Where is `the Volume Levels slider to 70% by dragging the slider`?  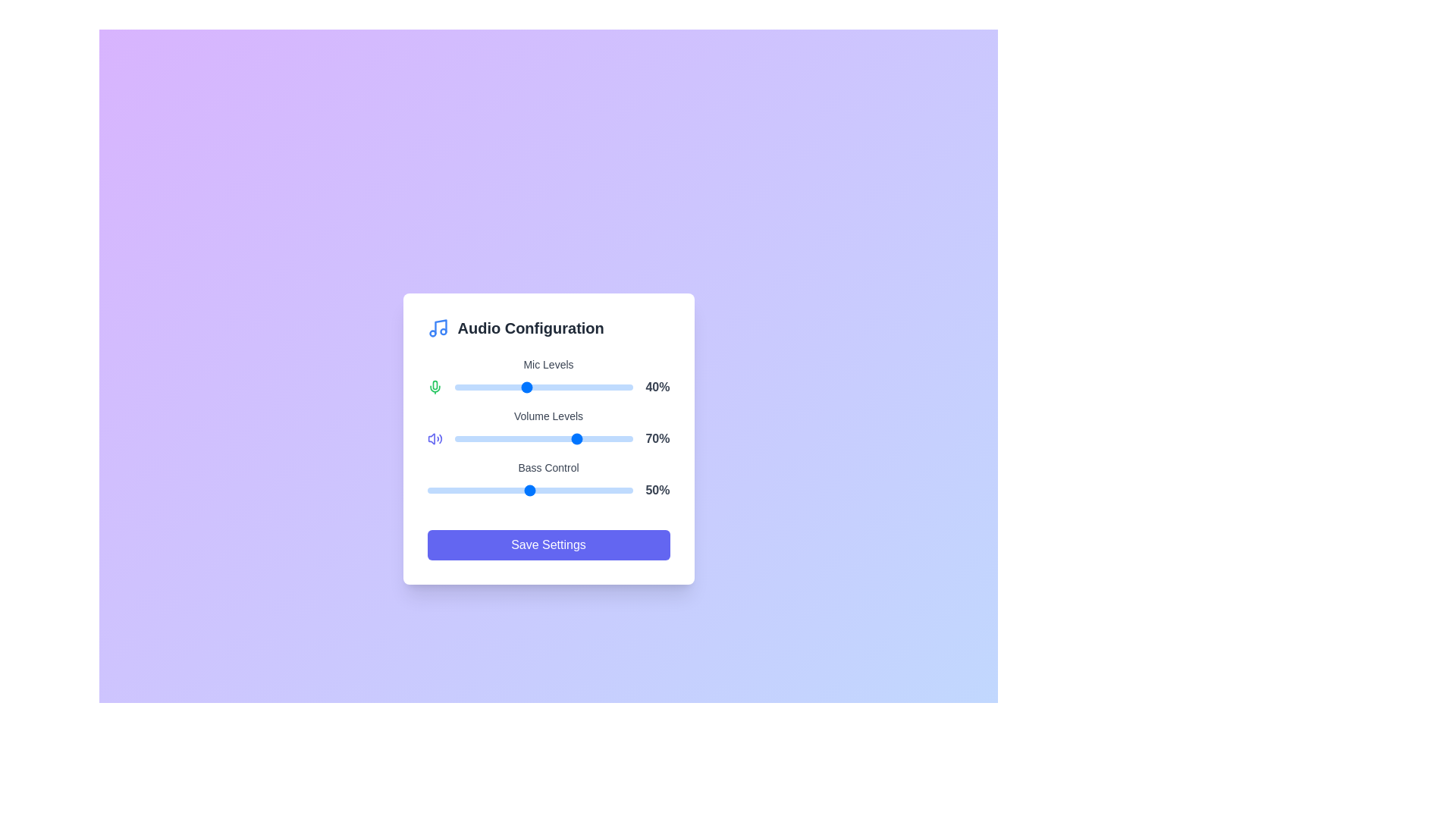 the Volume Levels slider to 70% by dragging the slider is located at coordinates (579, 438).